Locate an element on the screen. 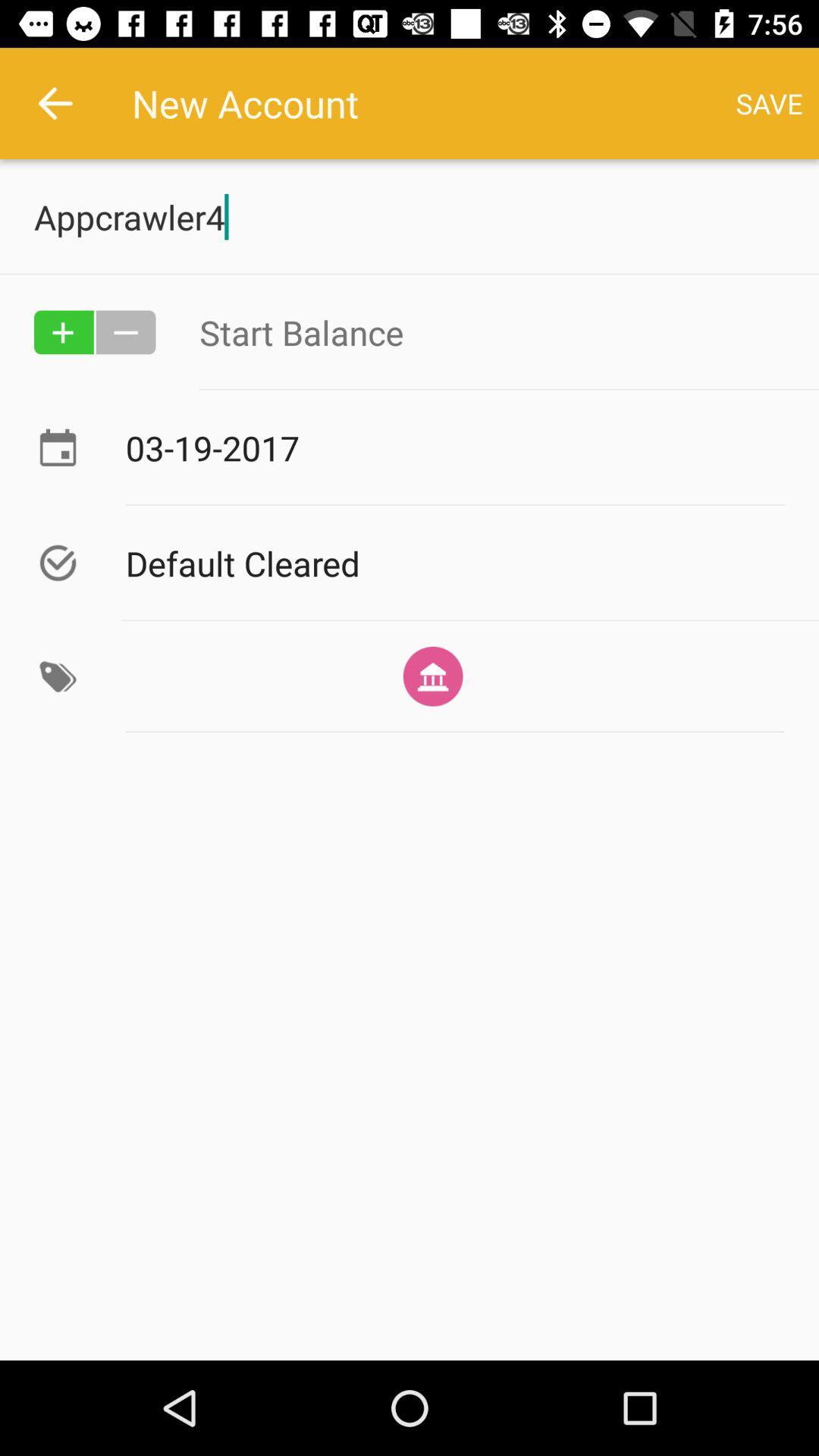  text field is located at coordinates (491, 331).